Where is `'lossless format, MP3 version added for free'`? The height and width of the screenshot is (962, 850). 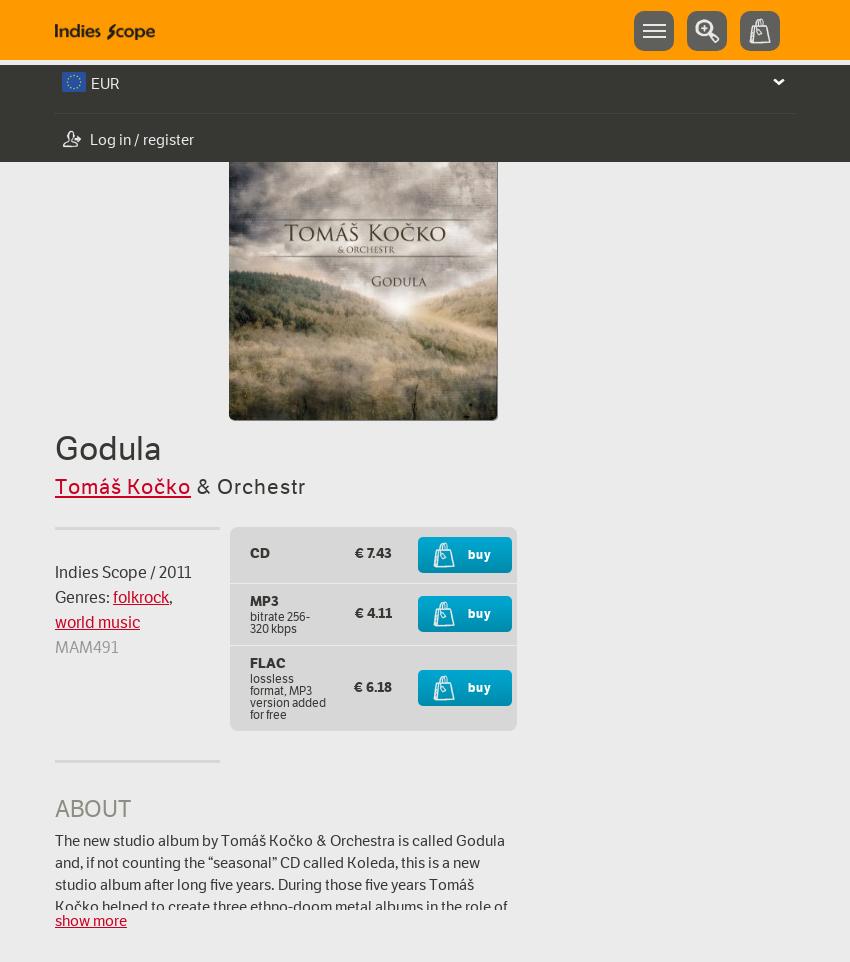 'lossless format, MP3 version added for free' is located at coordinates (248, 695).